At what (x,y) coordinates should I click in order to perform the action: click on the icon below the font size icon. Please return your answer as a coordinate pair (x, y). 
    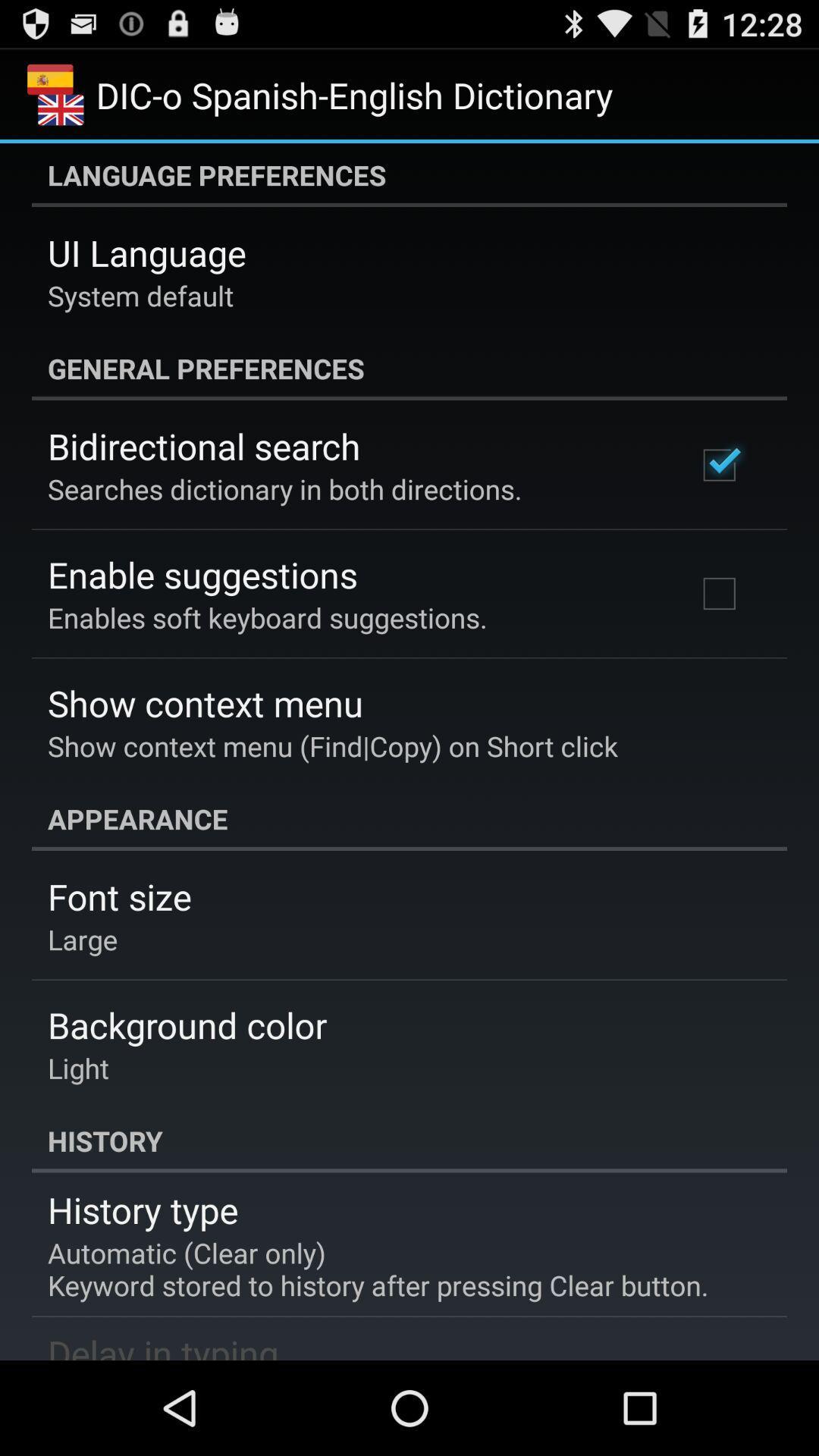
    Looking at the image, I should click on (83, 938).